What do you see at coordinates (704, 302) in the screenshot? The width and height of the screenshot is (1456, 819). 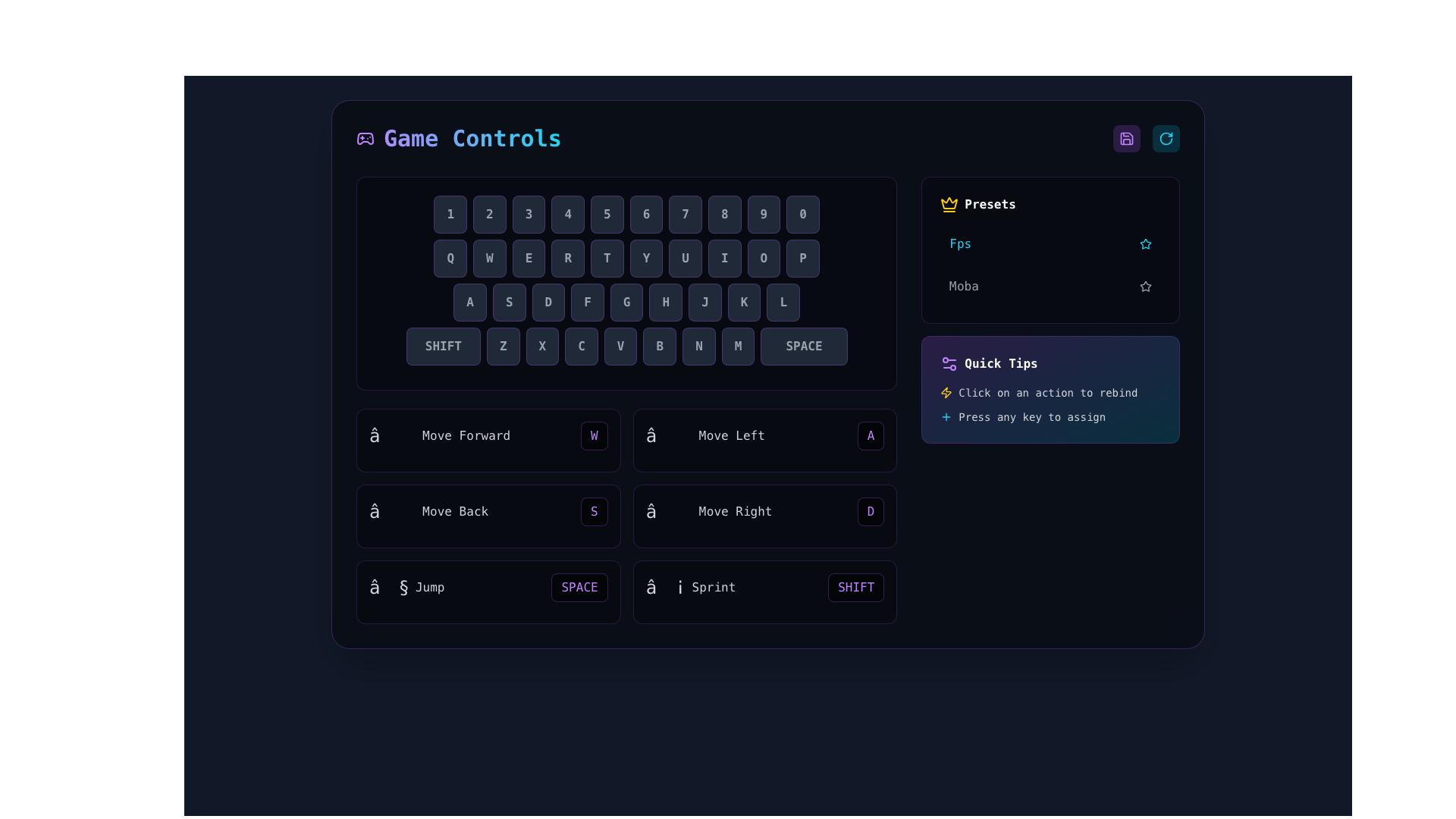 I see `the 7th button in a row of keys representing the letters A through L, which visually represents the 'J' key` at bounding box center [704, 302].